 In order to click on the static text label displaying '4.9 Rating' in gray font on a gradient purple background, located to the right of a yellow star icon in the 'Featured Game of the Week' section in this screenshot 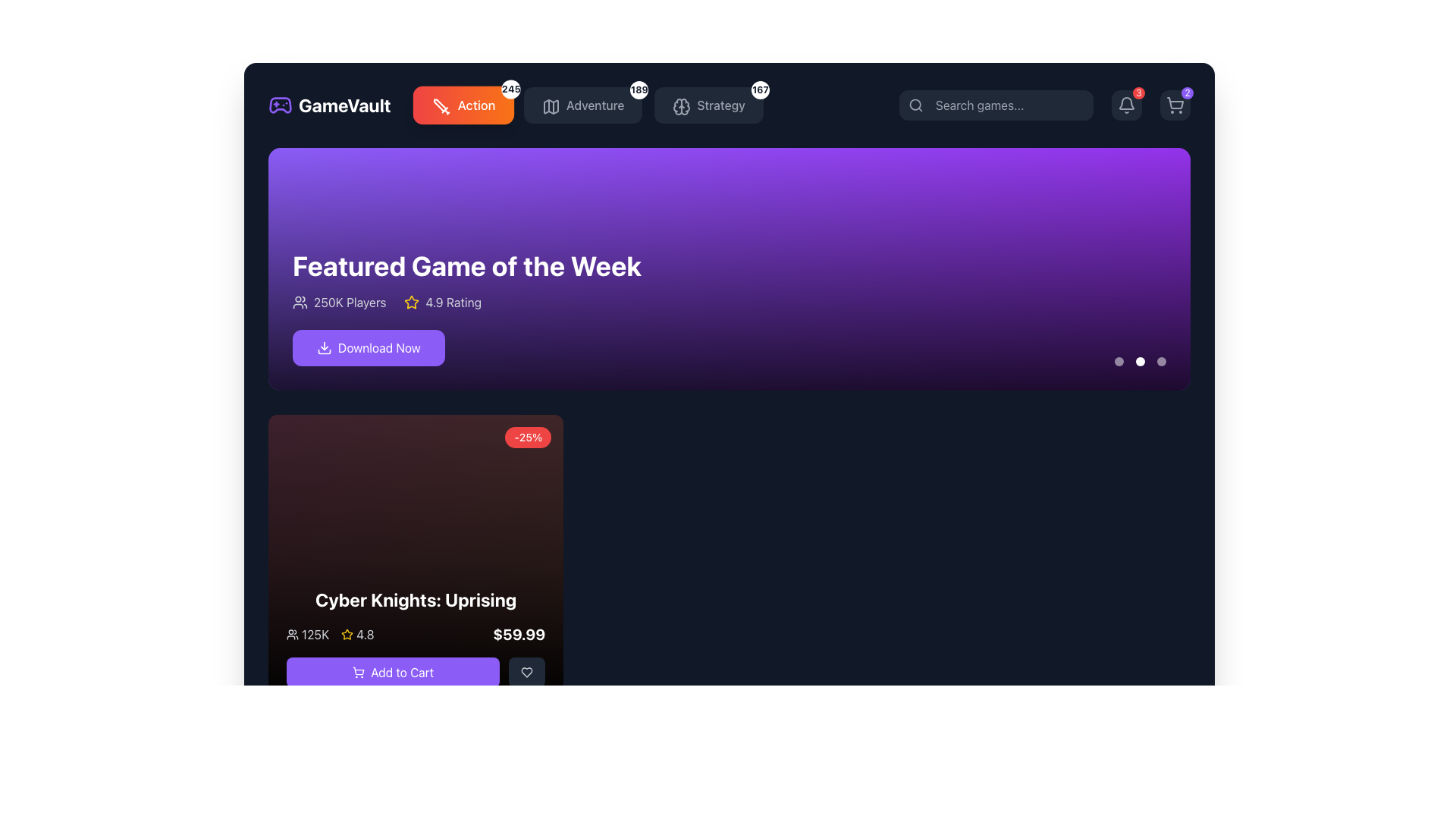, I will do `click(453, 302)`.